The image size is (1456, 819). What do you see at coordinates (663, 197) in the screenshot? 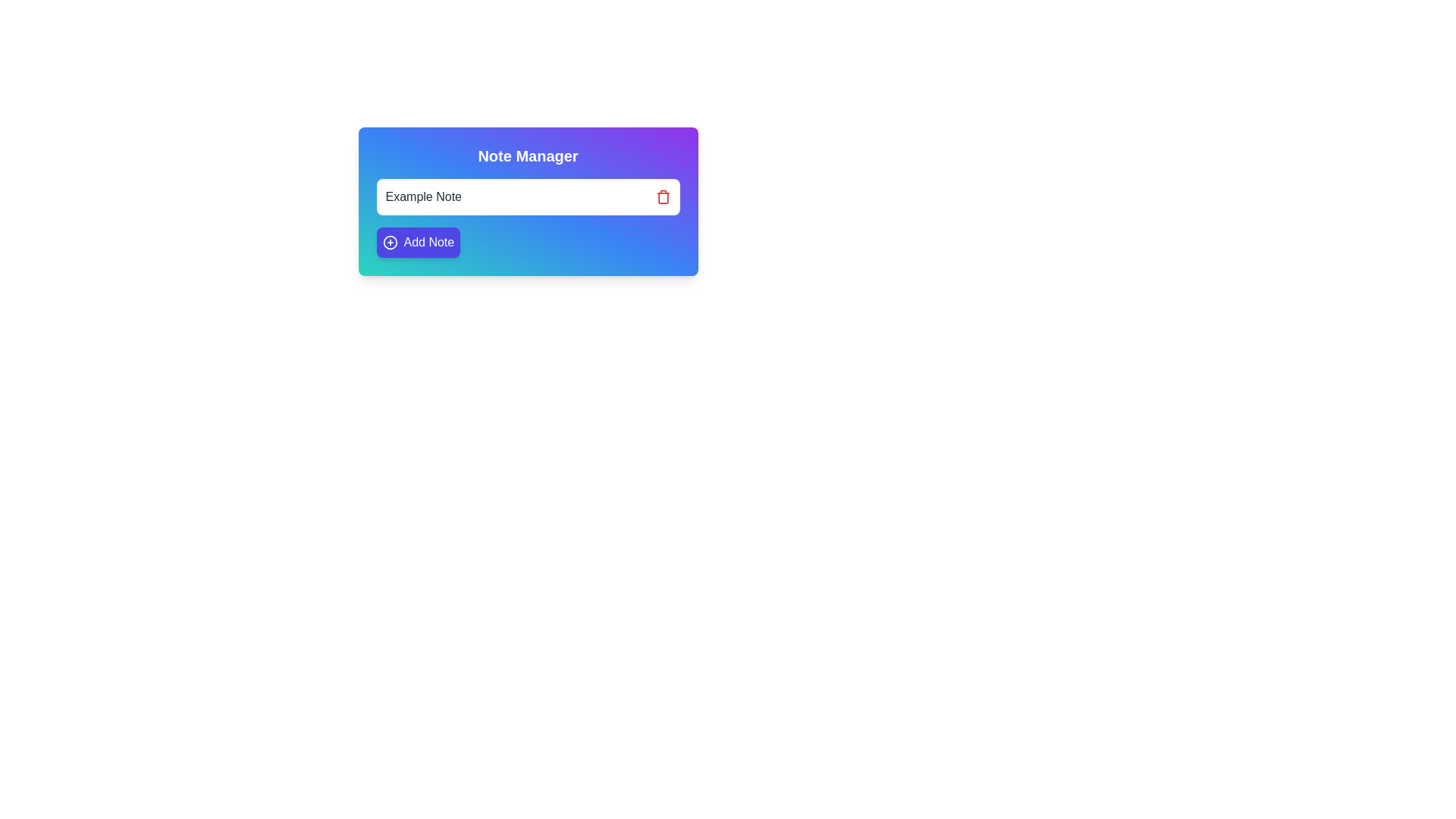
I see `the trash can icon button located to the right of the 'Example Note' text input field` at bounding box center [663, 197].